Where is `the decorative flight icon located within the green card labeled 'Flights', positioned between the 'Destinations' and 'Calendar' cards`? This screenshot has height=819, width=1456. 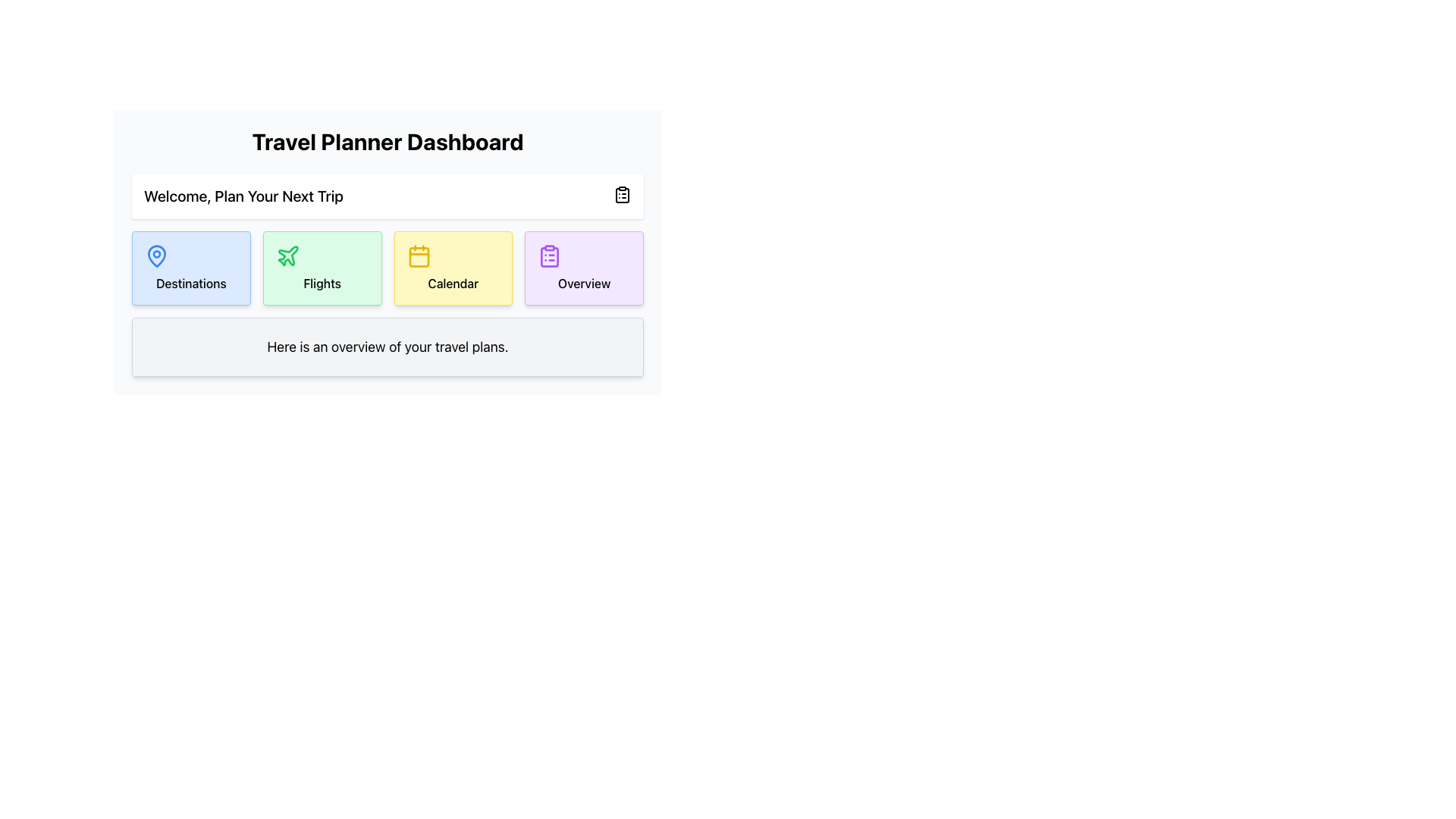 the decorative flight icon located within the green card labeled 'Flights', positioned between the 'Destinations' and 'Calendar' cards is located at coordinates (287, 256).